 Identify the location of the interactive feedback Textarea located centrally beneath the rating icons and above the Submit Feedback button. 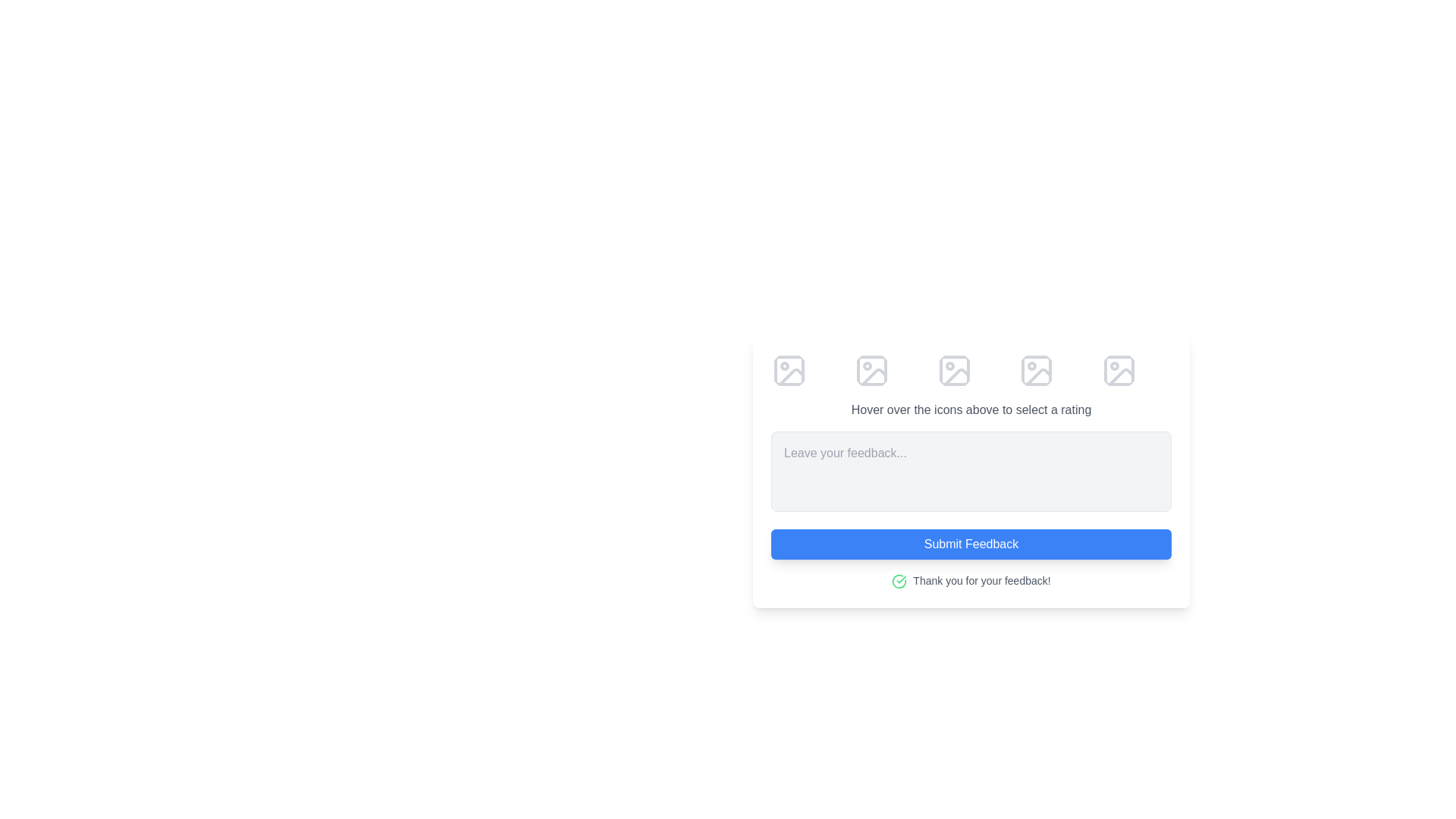
(971, 470).